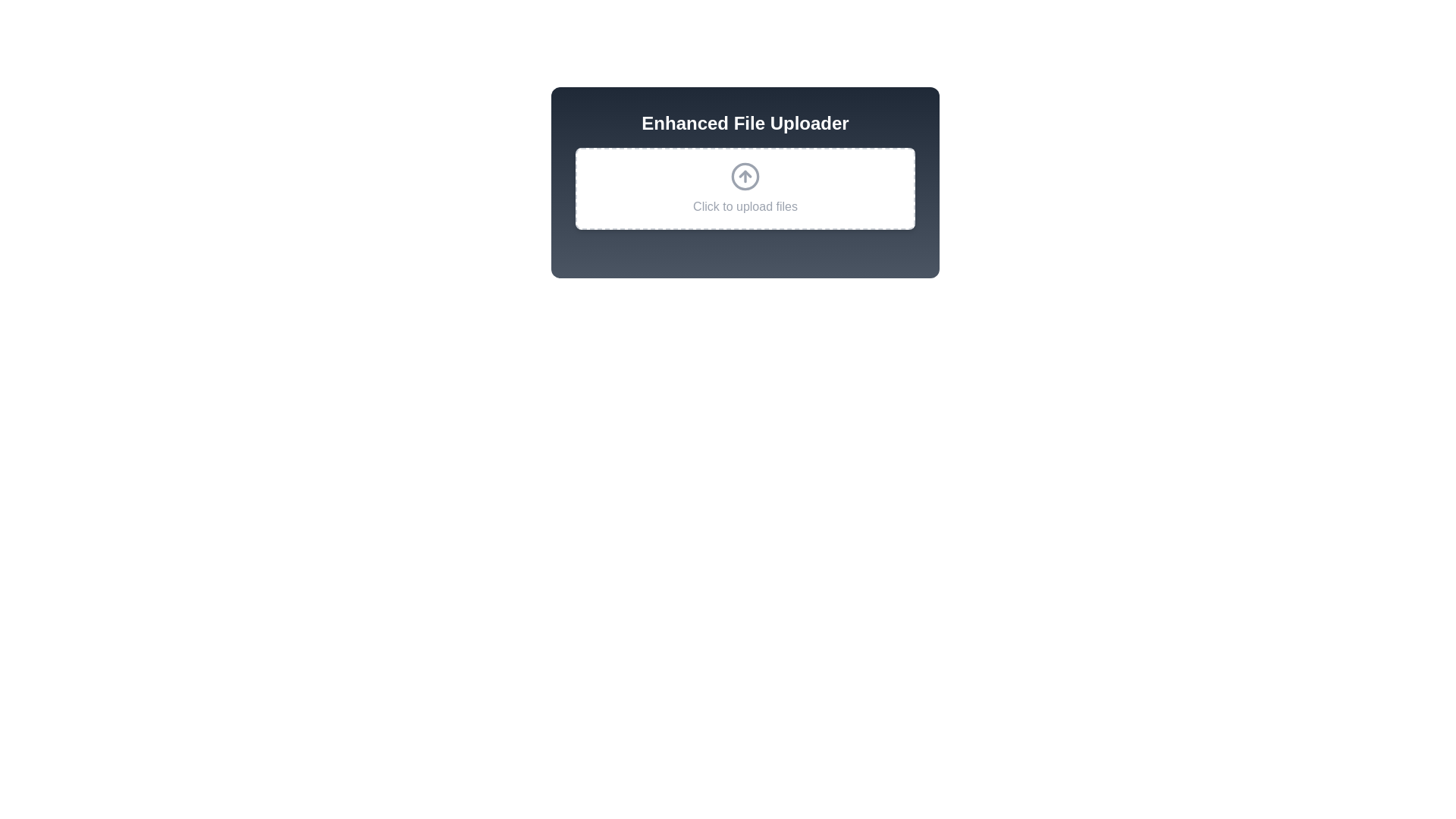 The width and height of the screenshot is (1456, 819). What do you see at coordinates (745, 181) in the screenshot?
I see `and drop files into the file upload interface located at the central position of the section with an upload button, identified by its outlined white area` at bounding box center [745, 181].